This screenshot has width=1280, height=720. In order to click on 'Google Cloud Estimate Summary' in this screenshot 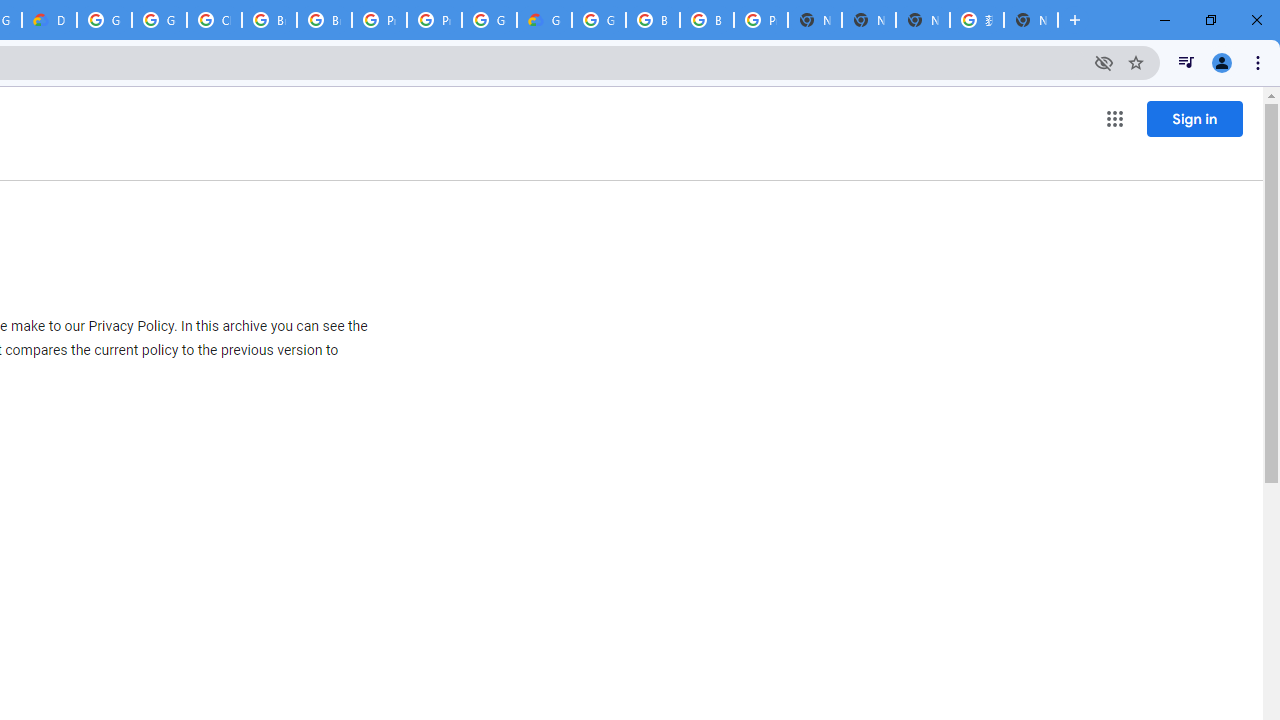, I will do `click(544, 20)`.